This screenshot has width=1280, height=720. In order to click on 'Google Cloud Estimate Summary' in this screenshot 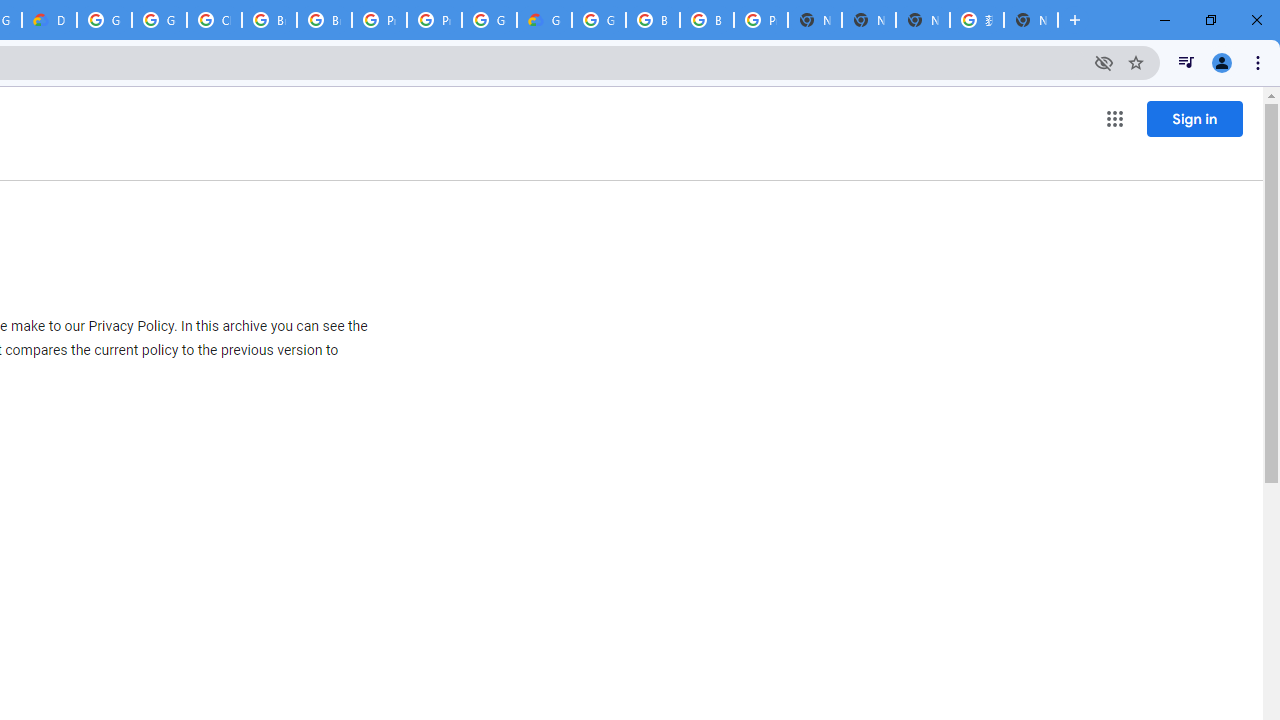, I will do `click(544, 20)`.